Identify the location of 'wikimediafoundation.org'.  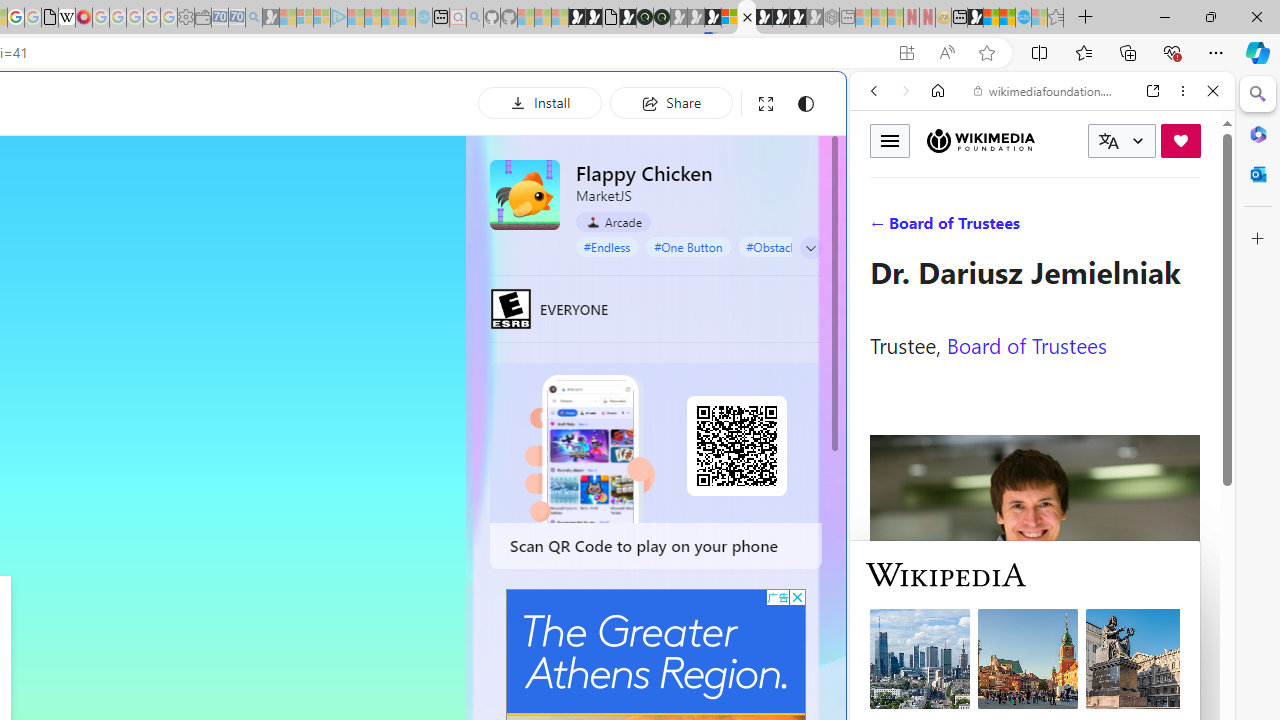
(1045, 91).